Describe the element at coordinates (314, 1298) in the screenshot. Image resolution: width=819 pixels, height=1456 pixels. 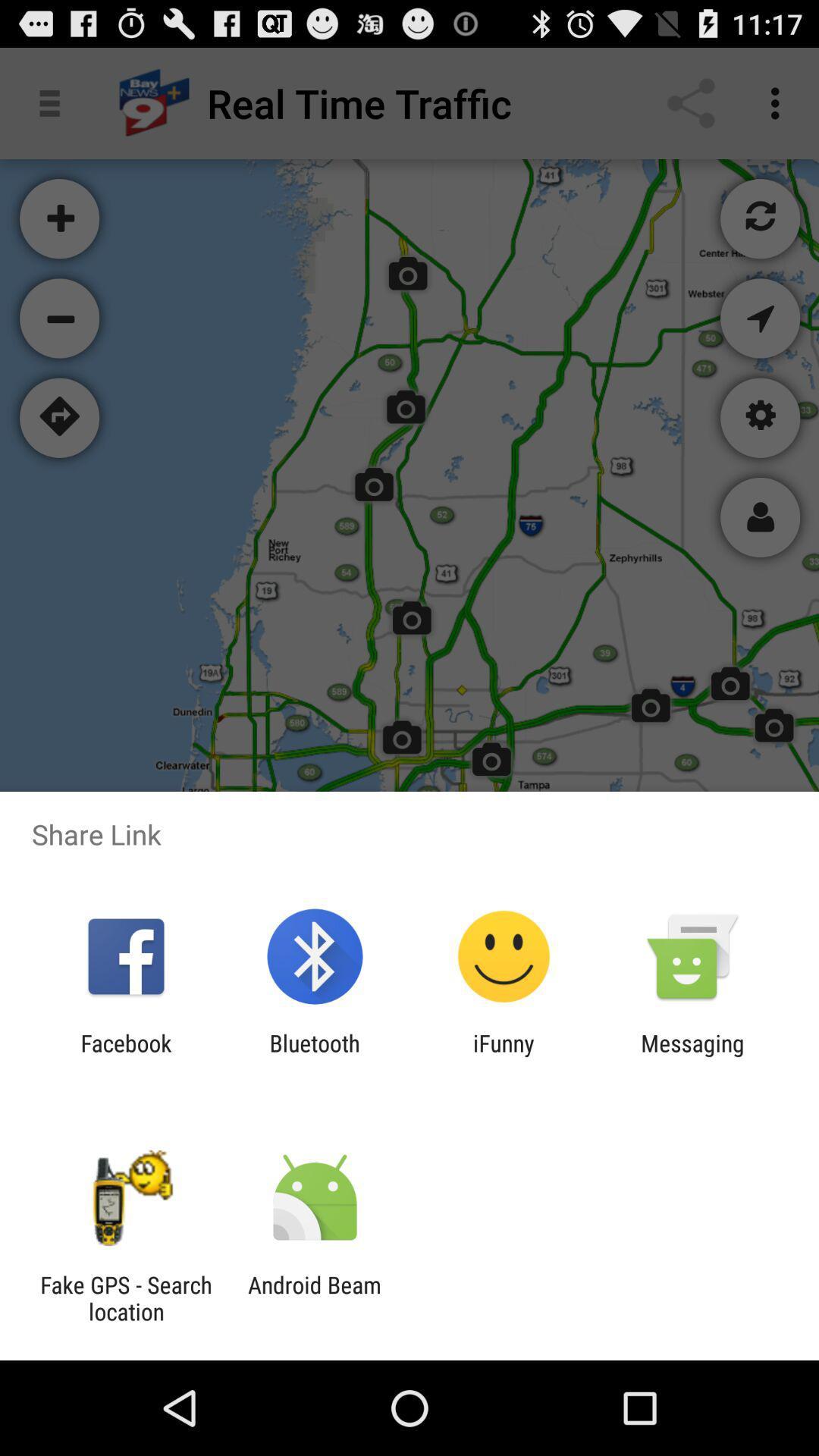
I see `the item to the right of the fake gps search` at that location.